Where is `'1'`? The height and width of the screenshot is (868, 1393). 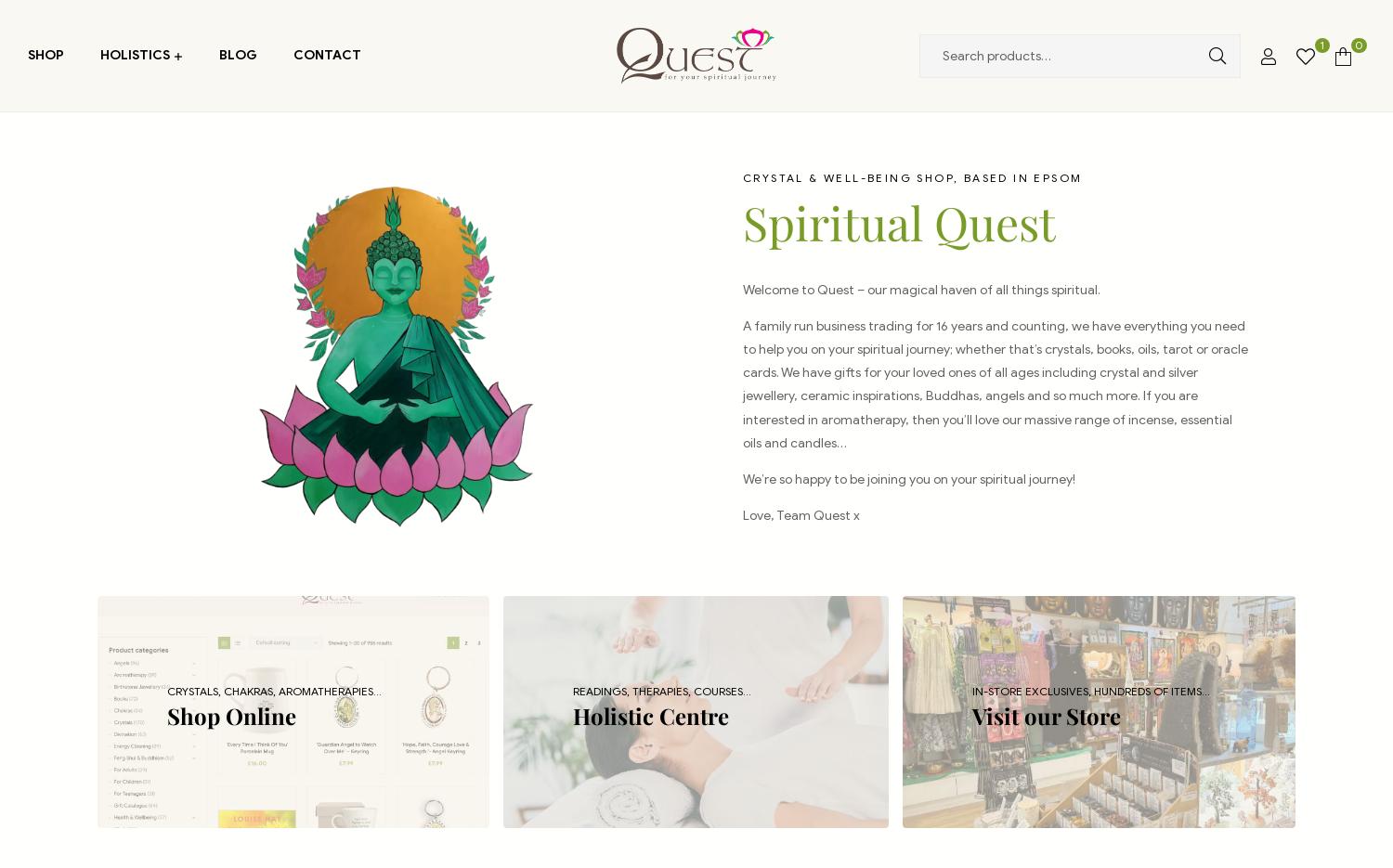
'1' is located at coordinates (1321, 45).